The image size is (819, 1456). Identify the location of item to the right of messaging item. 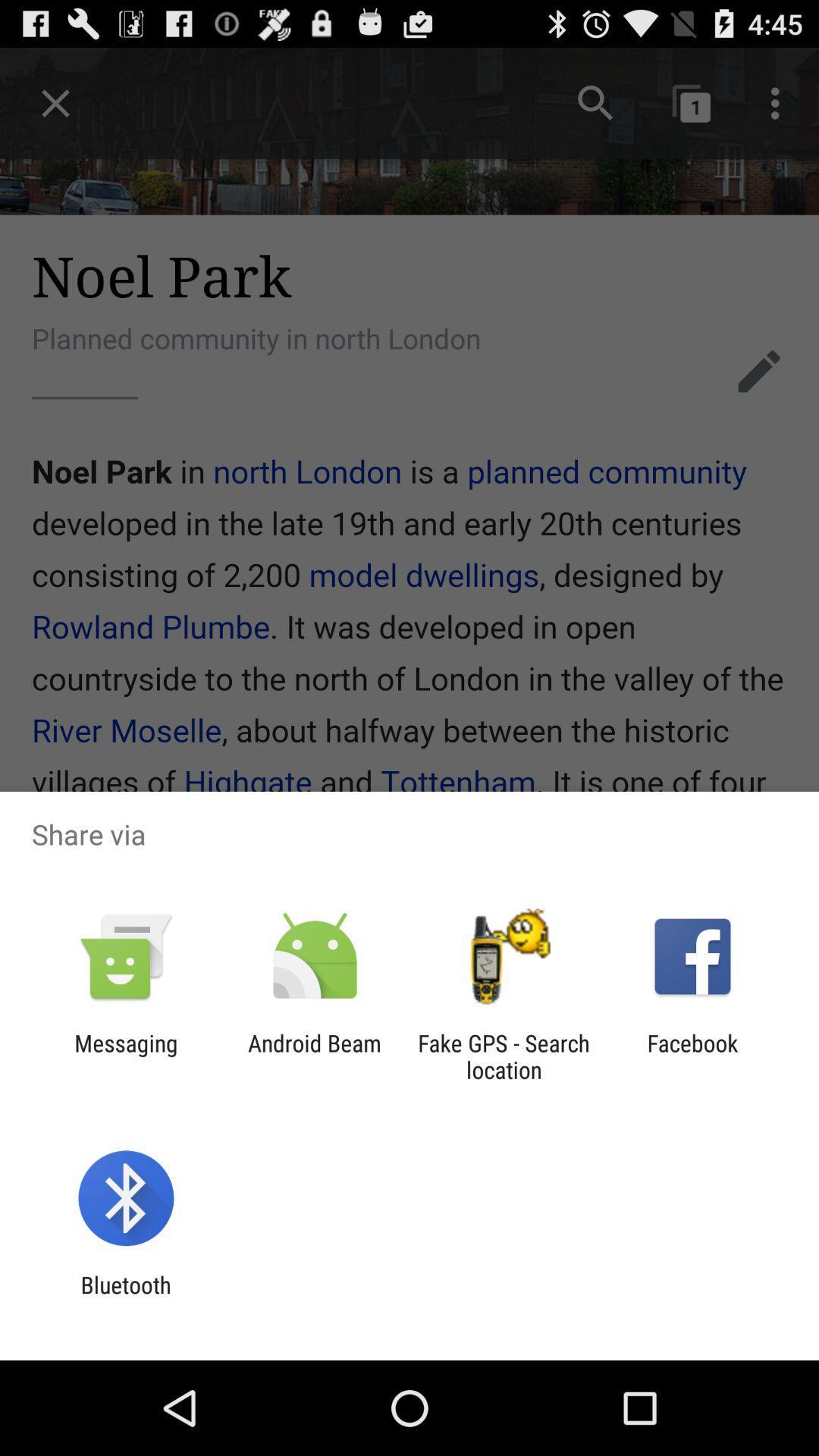
(314, 1056).